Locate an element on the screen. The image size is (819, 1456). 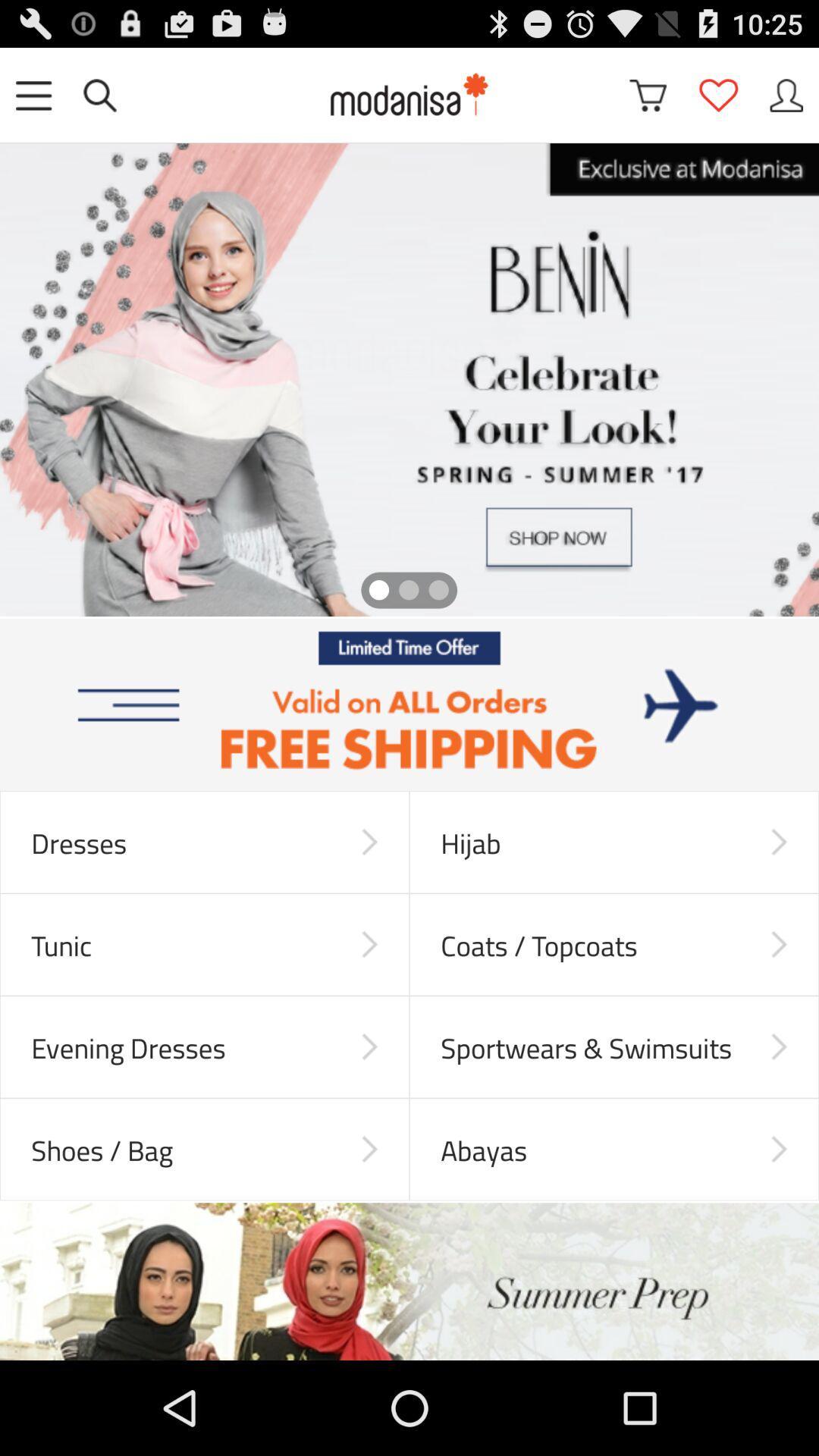
the search icon is located at coordinates (99, 101).